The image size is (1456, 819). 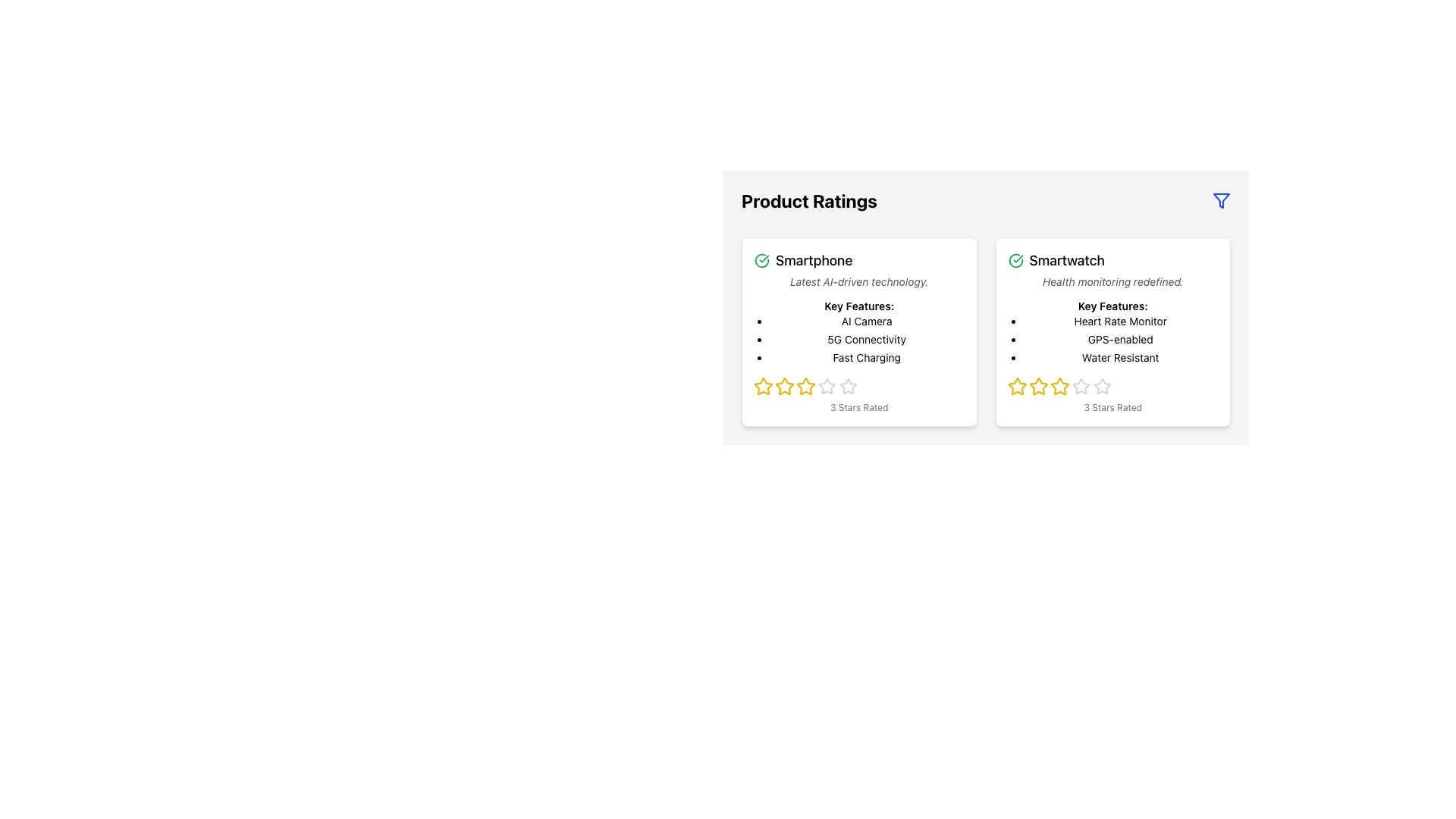 What do you see at coordinates (1017, 385) in the screenshot?
I see `the third star-shaped Rating Star Icon in yellow under the 'Smartwatch' product card for visual feedback of the current rating` at bounding box center [1017, 385].